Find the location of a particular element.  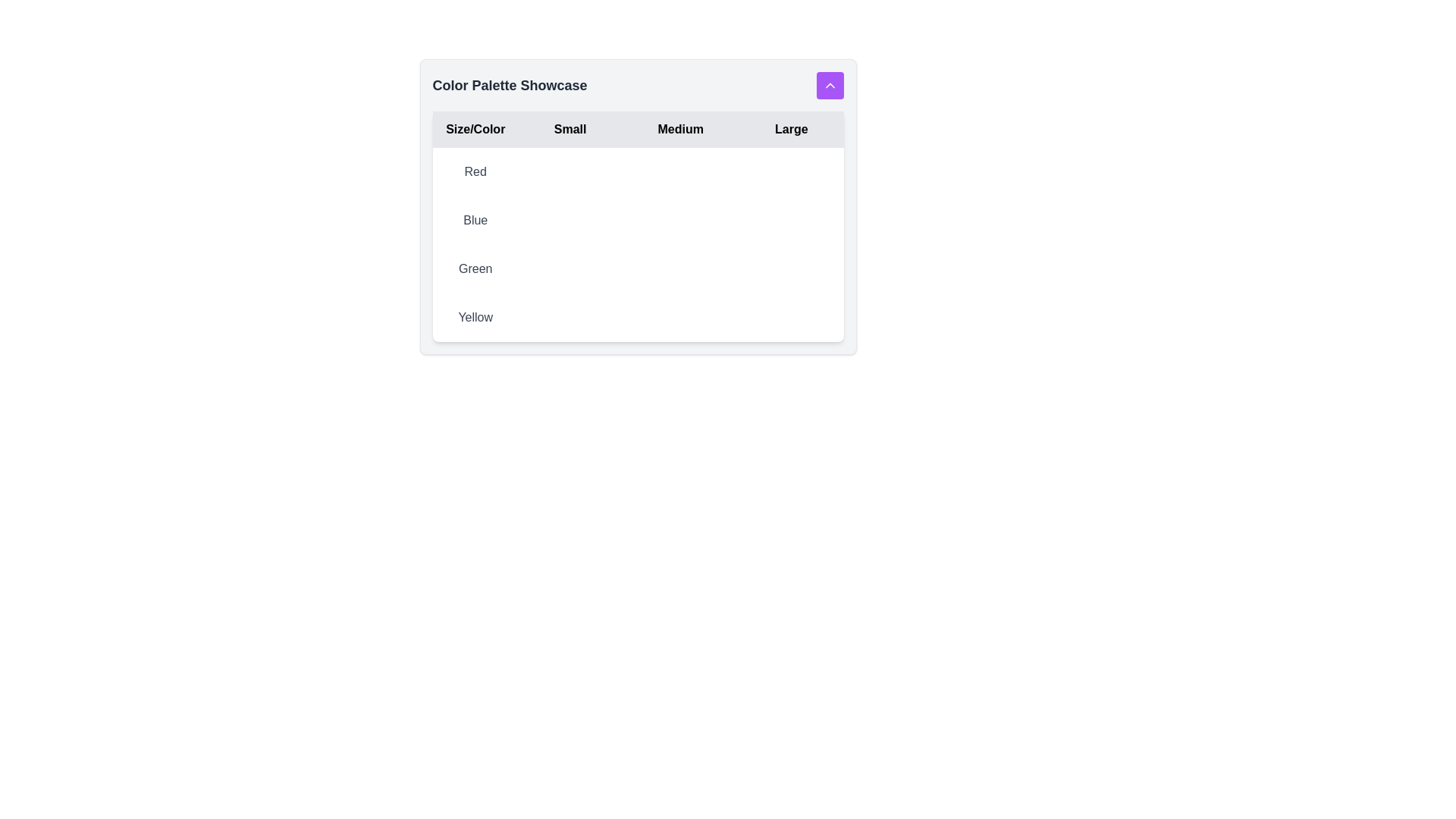

the fourth row in the table containing the word 'Yellow' is located at coordinates (638, 317).